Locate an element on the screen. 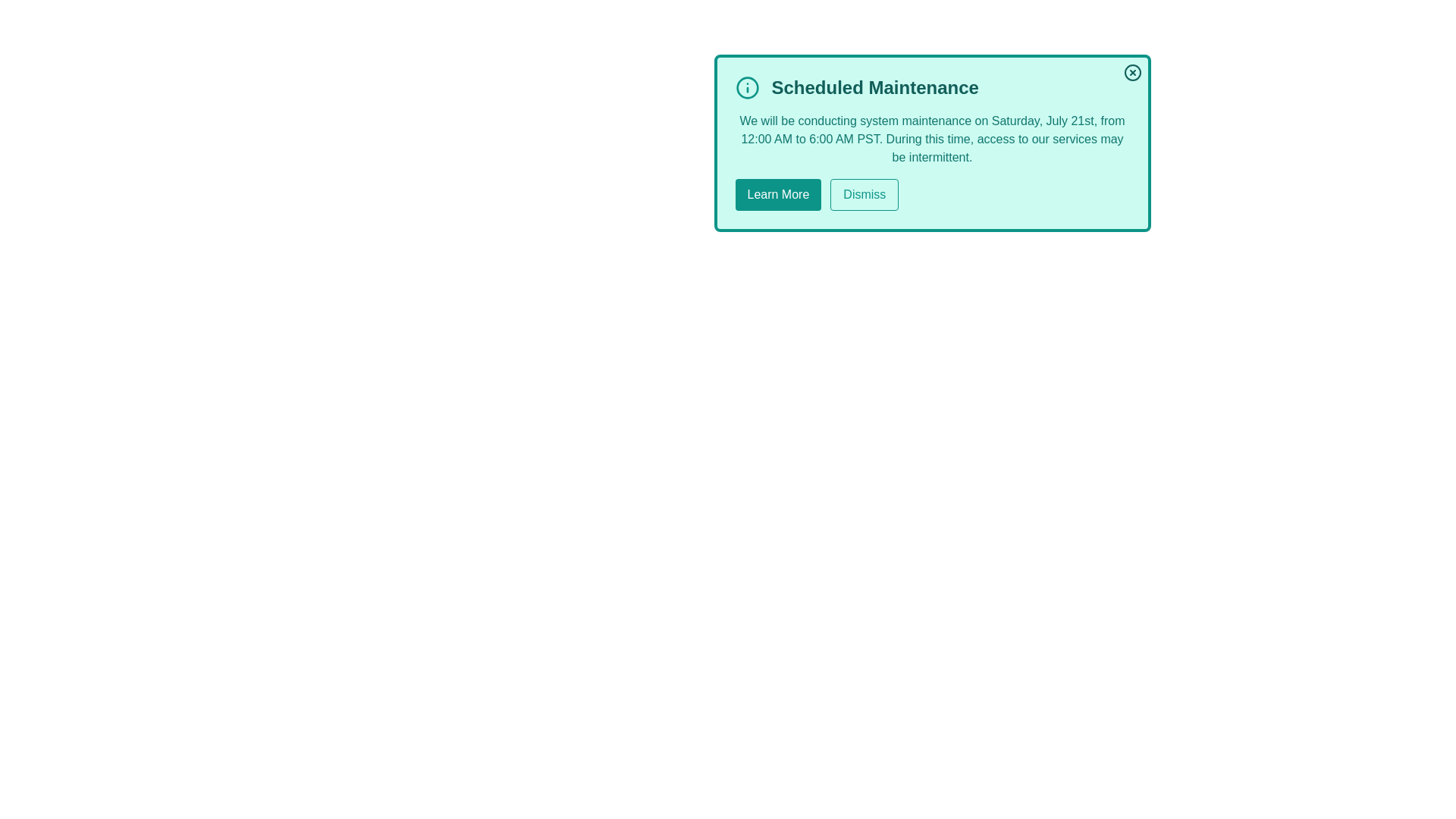 Image resolution: width=1456 pixels, height=819 pixels. the text 'During this time, access to our services may be intermittent.' in the alert message is located at coordinates (931, 140).